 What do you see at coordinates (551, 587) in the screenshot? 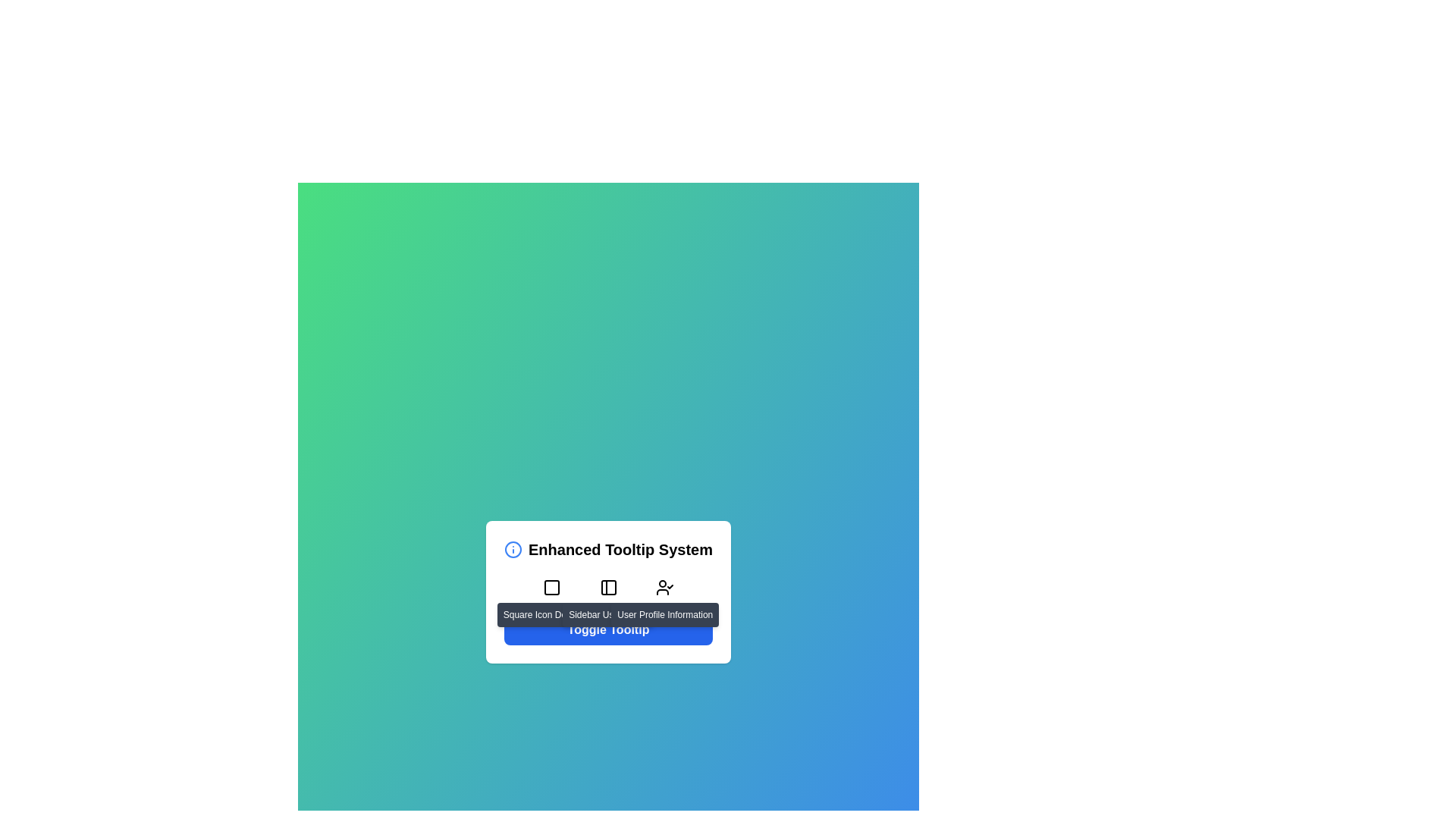
I see `the small decorative rectangle with rounded corners, which is centrally positioned within the second icon from the left under the 'Enhanced Tooltip System' header` at bounding box center [551, 587].